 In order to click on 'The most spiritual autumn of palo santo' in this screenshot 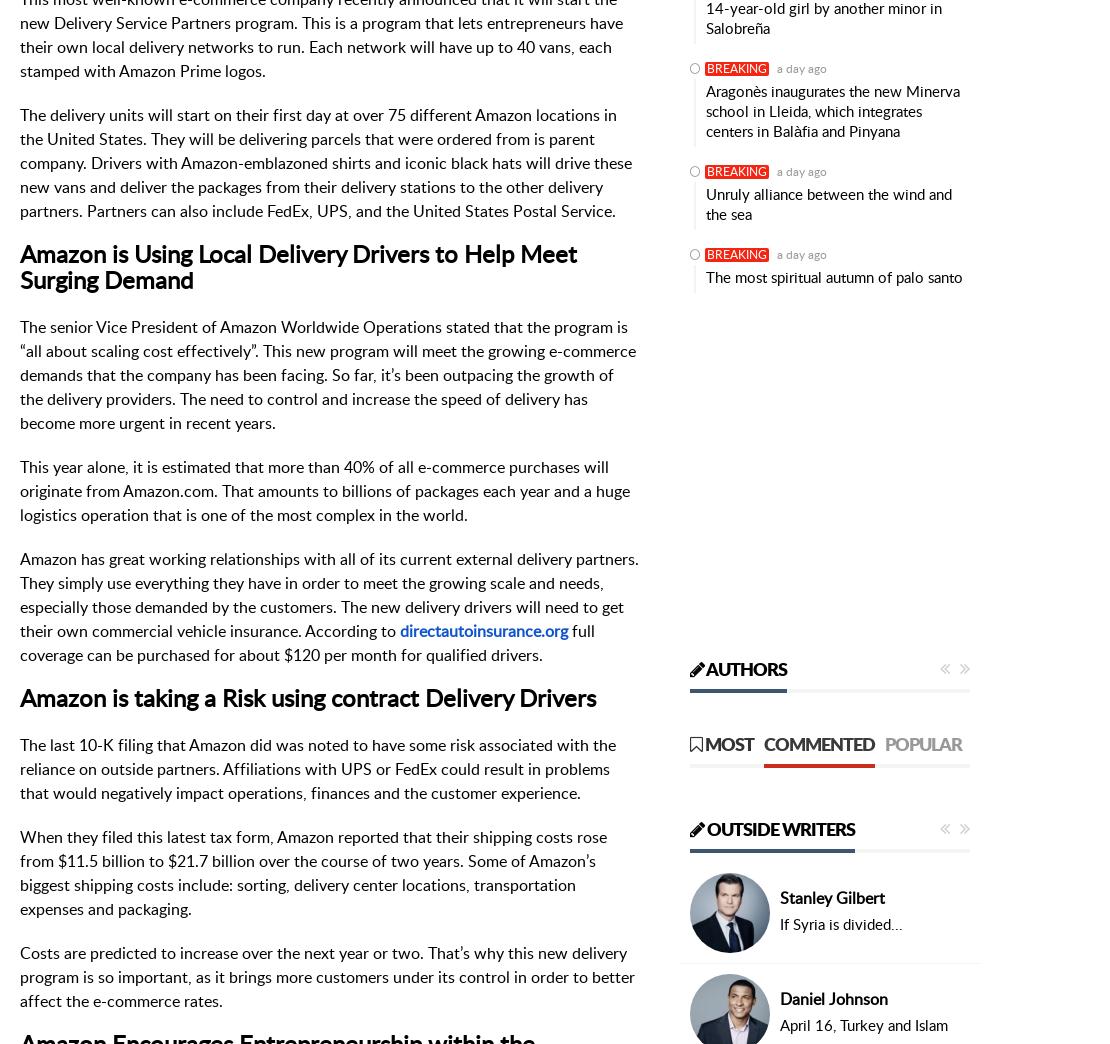, I will do `click(705, 277)`.